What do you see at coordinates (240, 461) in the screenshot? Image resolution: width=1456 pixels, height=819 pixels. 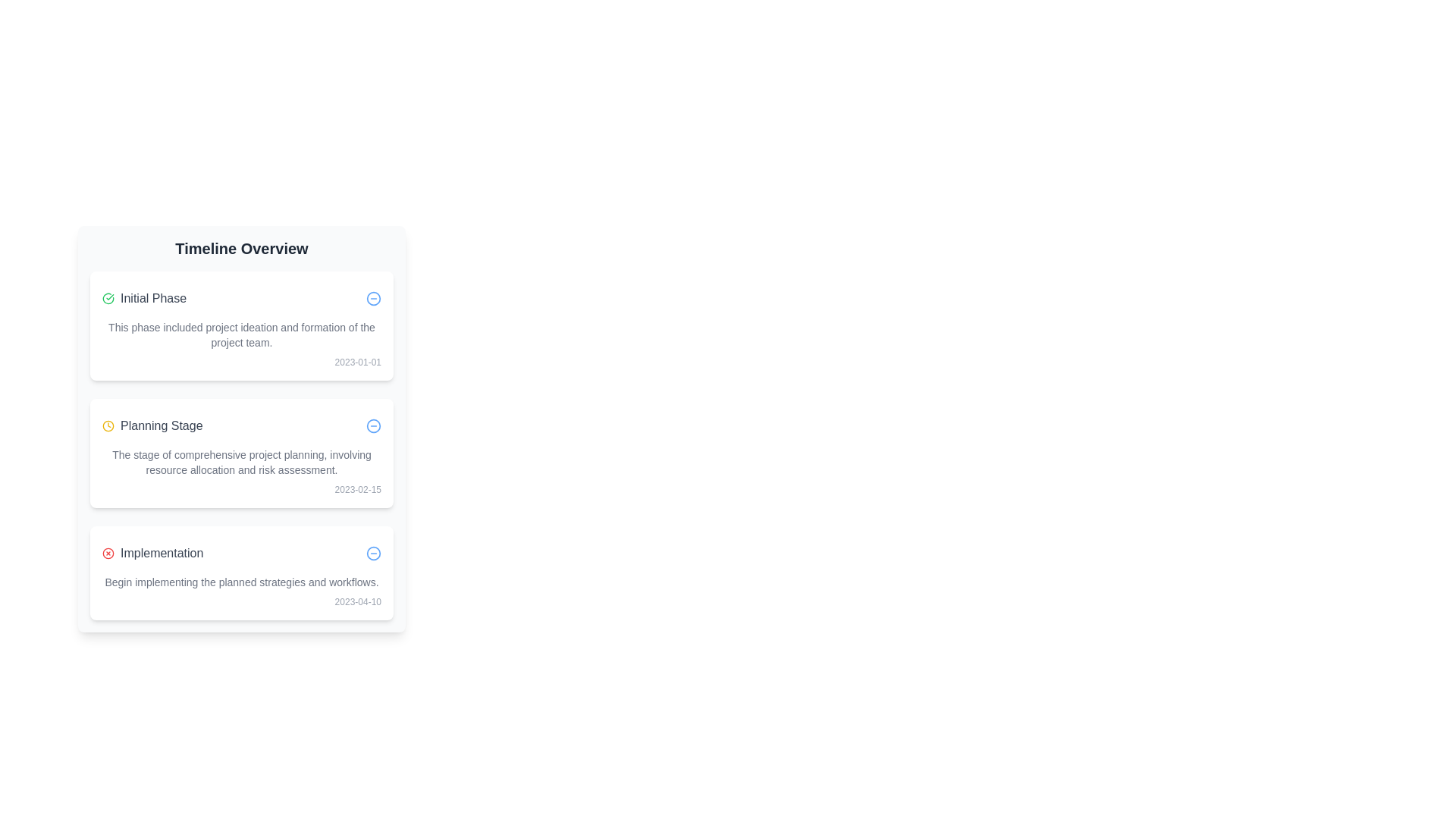 I see `the Static Text displaying a concise description in gray text, located below the heading 'Planning Stage' and above the date '2023-02-15'` at bounding box center [240, 461].